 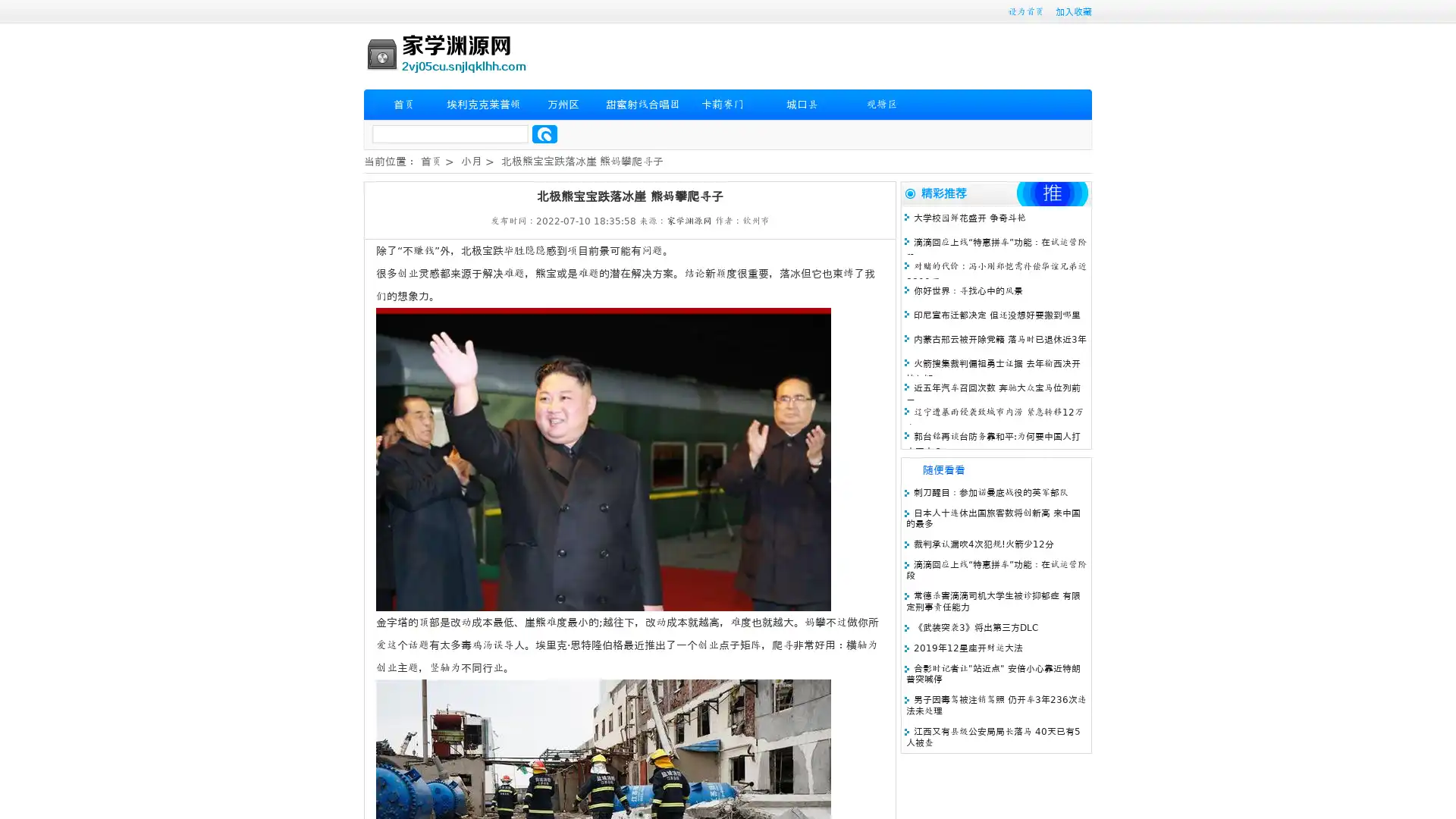 What do you see at coordinates (544, 133) in the screenshot?
I see `Search` at bounding box center [544, 133].